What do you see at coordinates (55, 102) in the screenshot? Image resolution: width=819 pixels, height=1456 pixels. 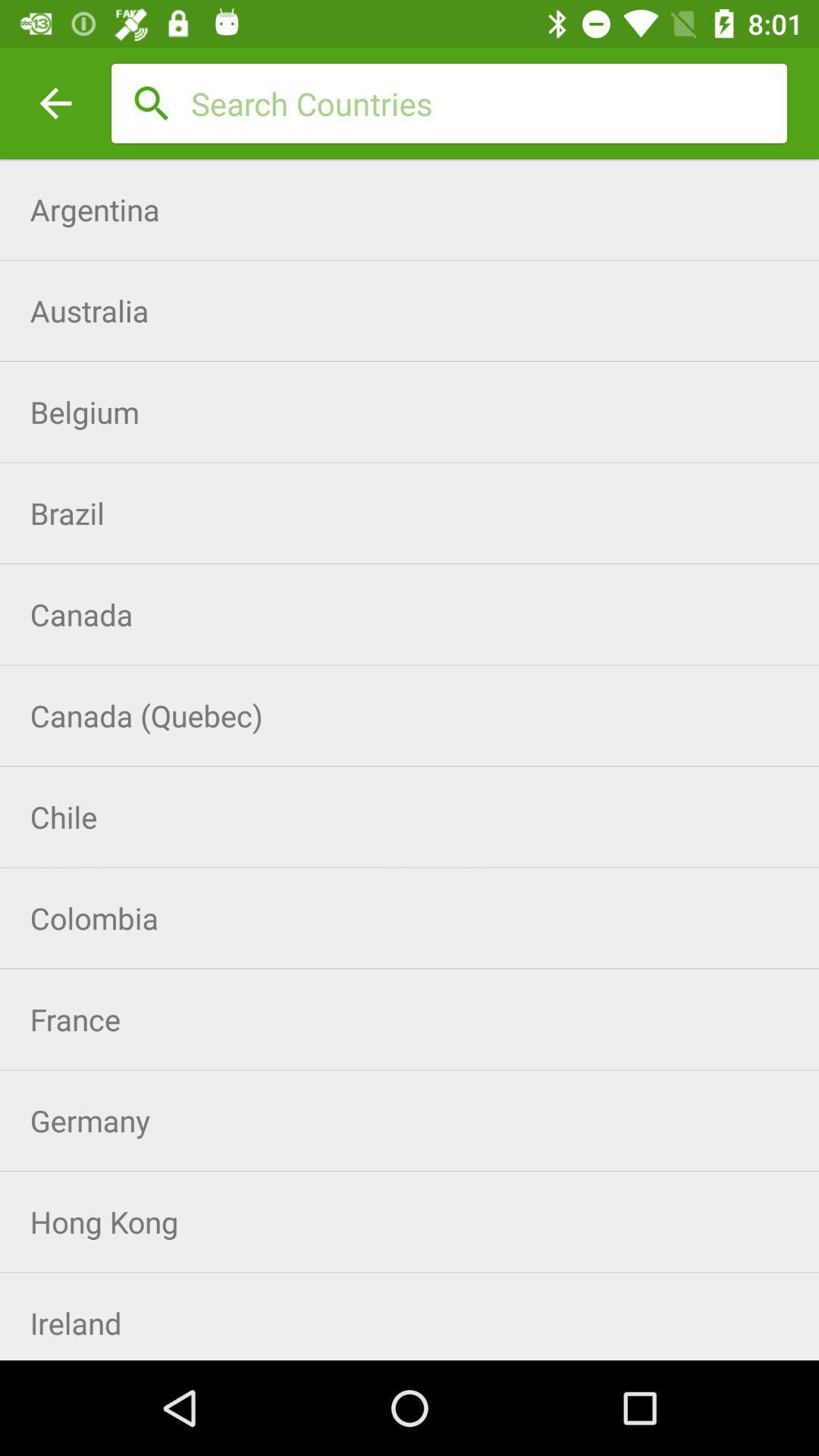 I see `item above the argentina item` at bounding box center [55, 102].